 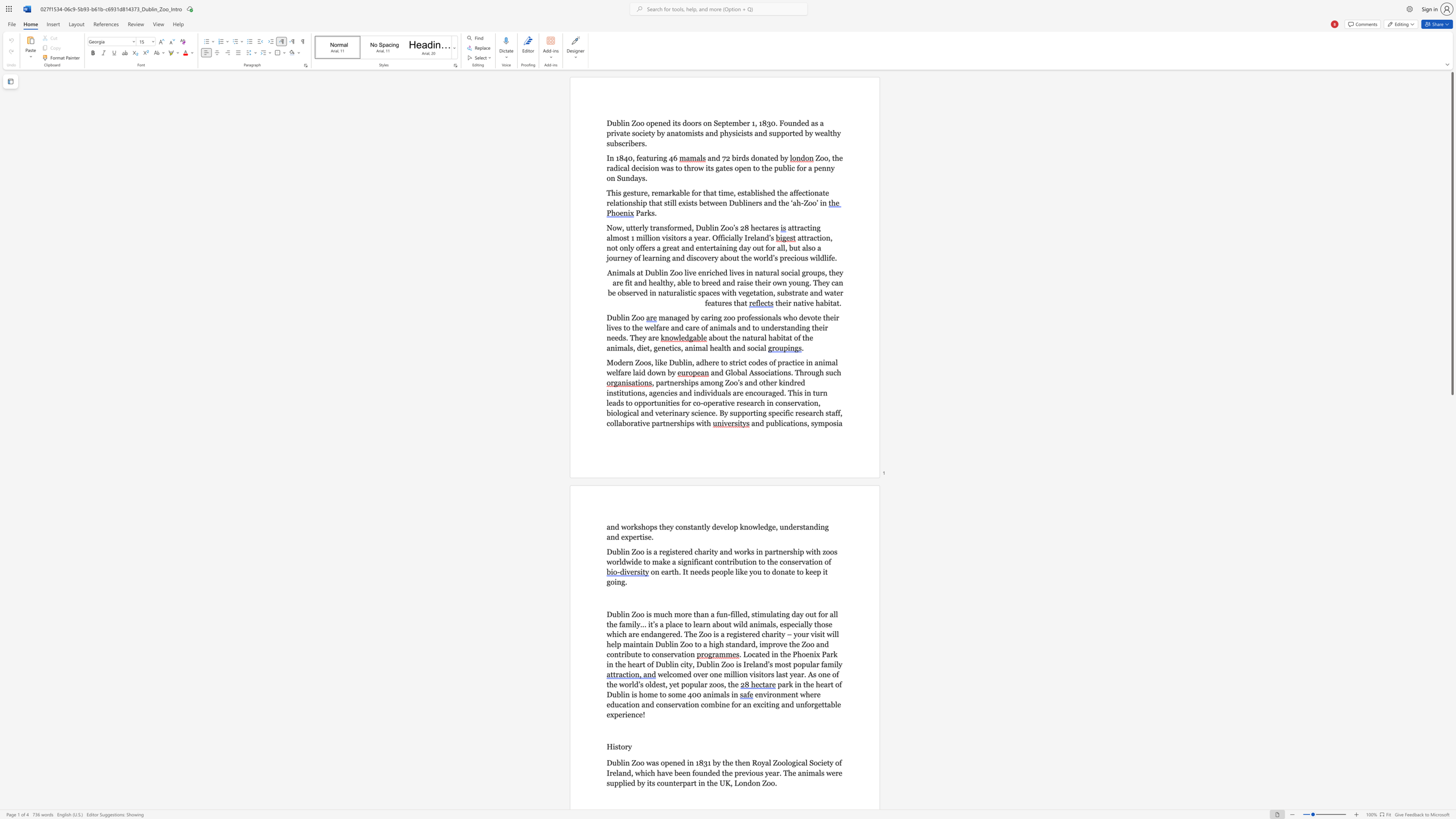 I want to click on the 1th character "o" in the text, so click(x=774, y=694).